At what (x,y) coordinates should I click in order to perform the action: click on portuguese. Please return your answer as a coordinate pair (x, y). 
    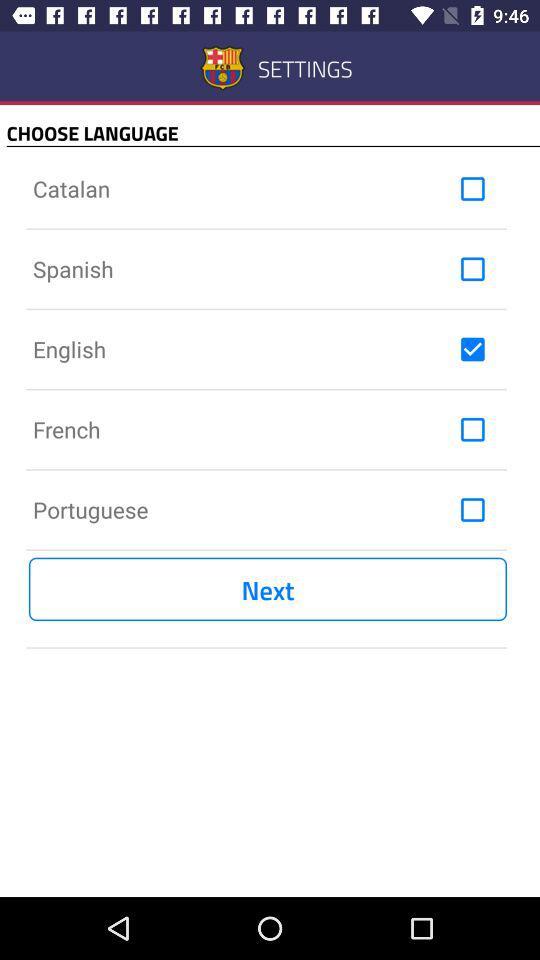
    Looking at the image, I should click on (472, 508).